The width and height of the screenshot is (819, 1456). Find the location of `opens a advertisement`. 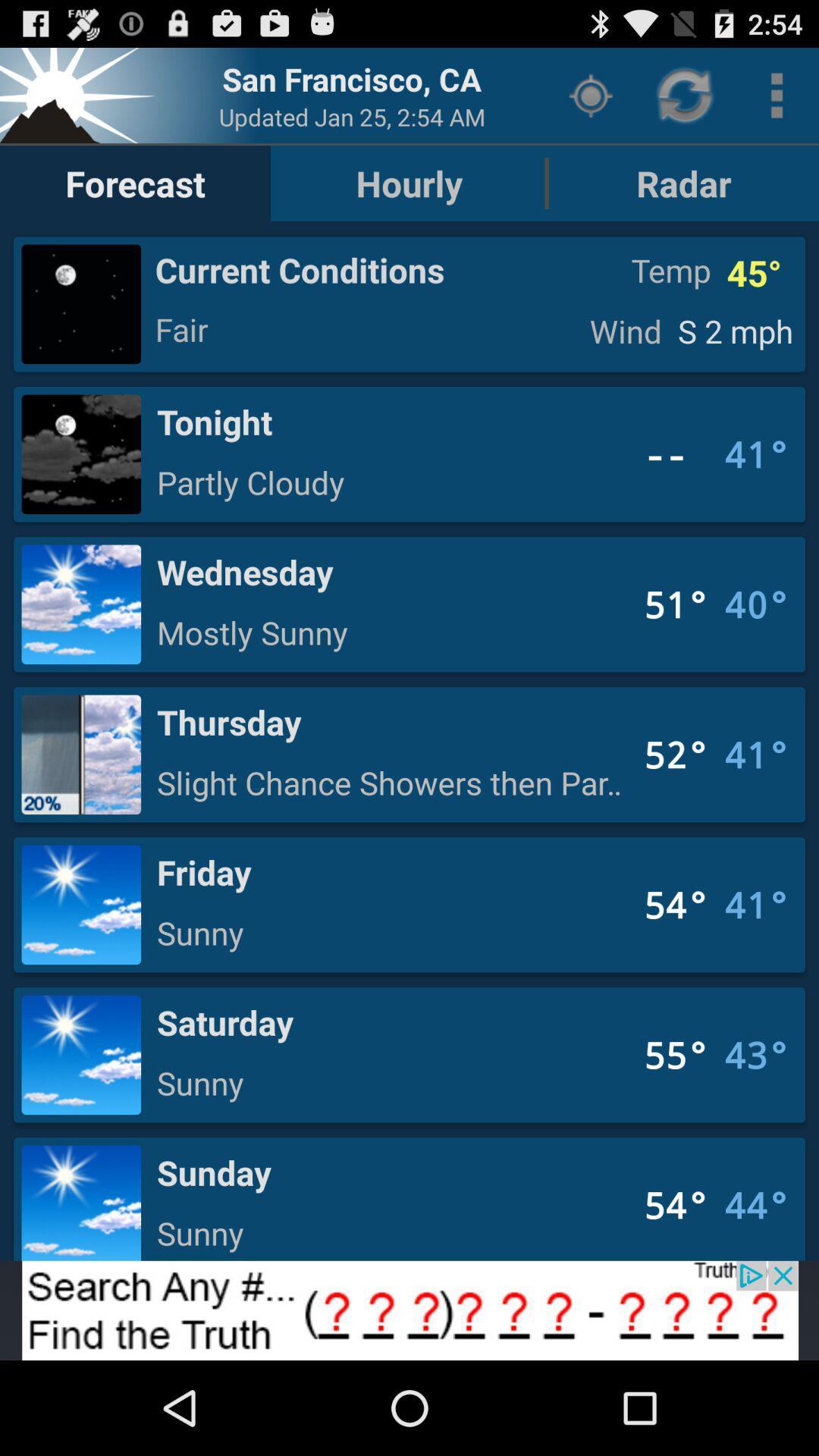

opens a advertisement is located at coordinates (409, 1310).